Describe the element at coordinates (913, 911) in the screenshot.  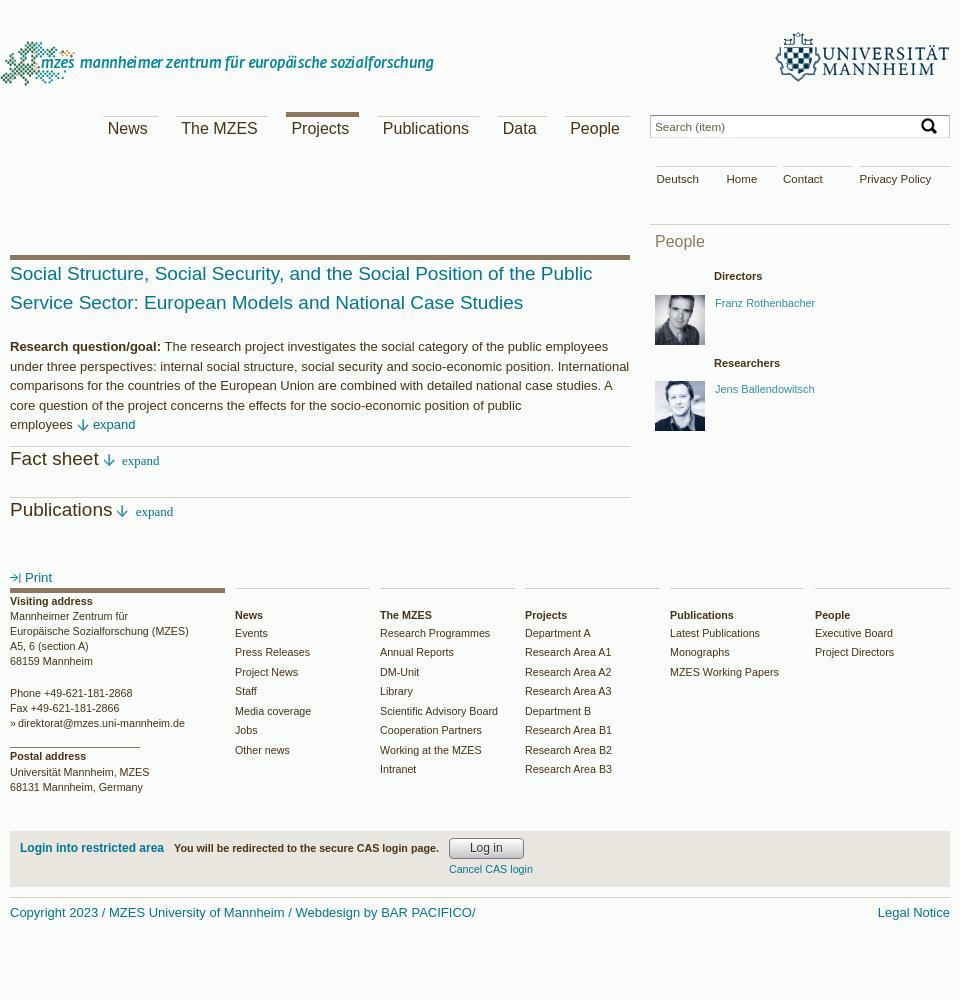
I see `'Legal Notice'` at that location.